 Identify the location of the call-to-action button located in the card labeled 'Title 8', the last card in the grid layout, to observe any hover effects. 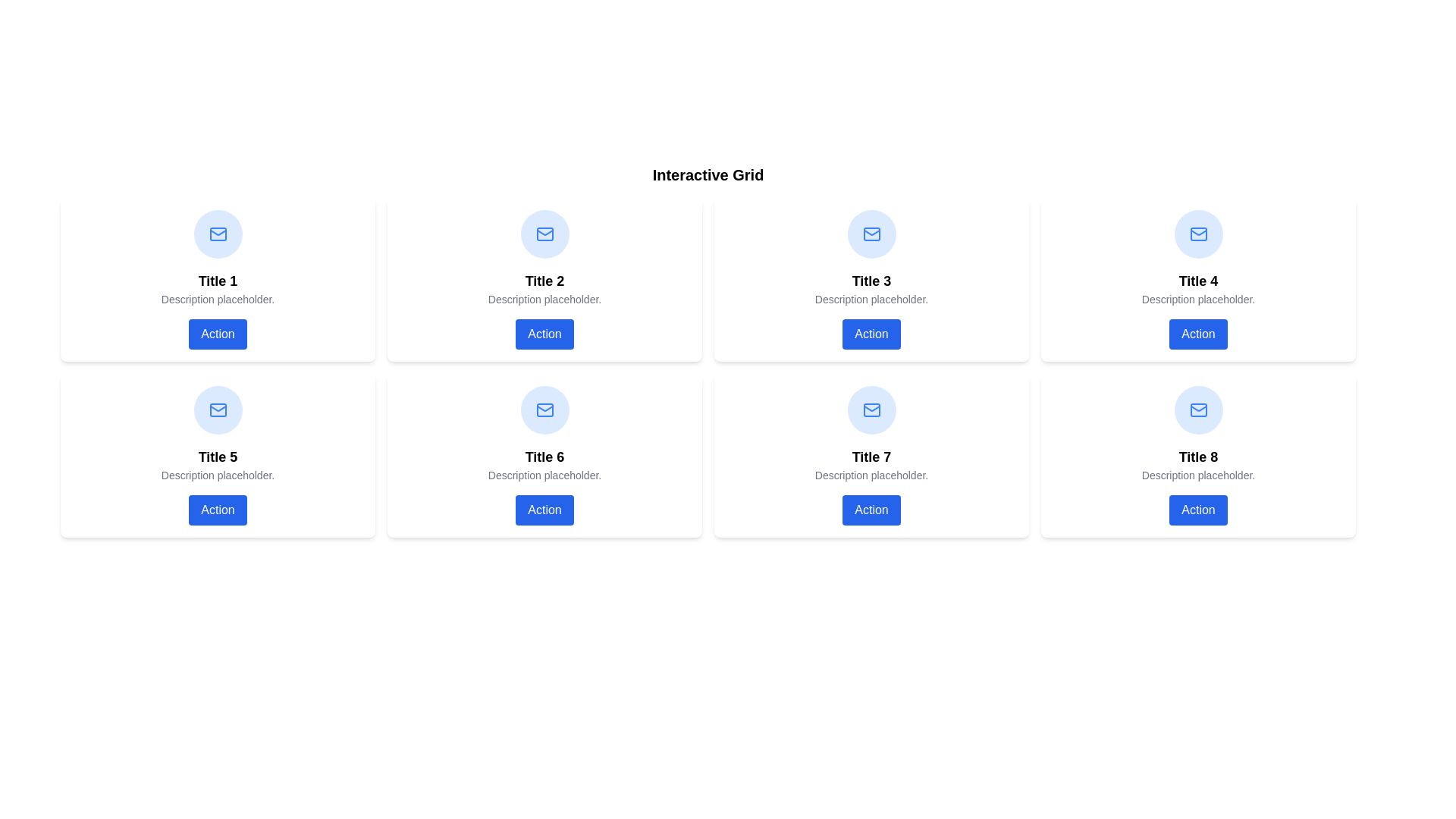
(1197, 510).